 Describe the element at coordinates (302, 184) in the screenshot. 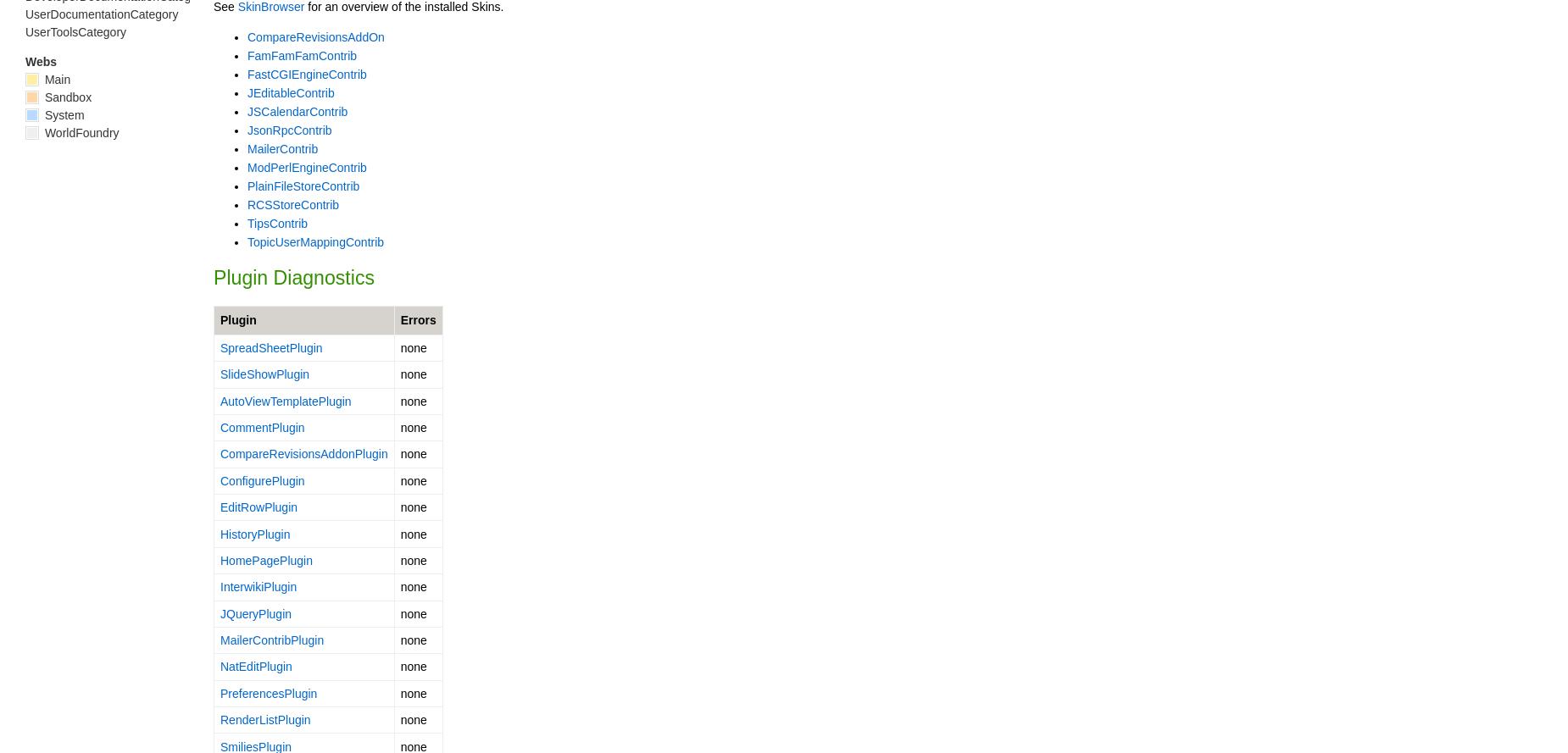

I see `'PlainFileStoreContrib'` at that location.